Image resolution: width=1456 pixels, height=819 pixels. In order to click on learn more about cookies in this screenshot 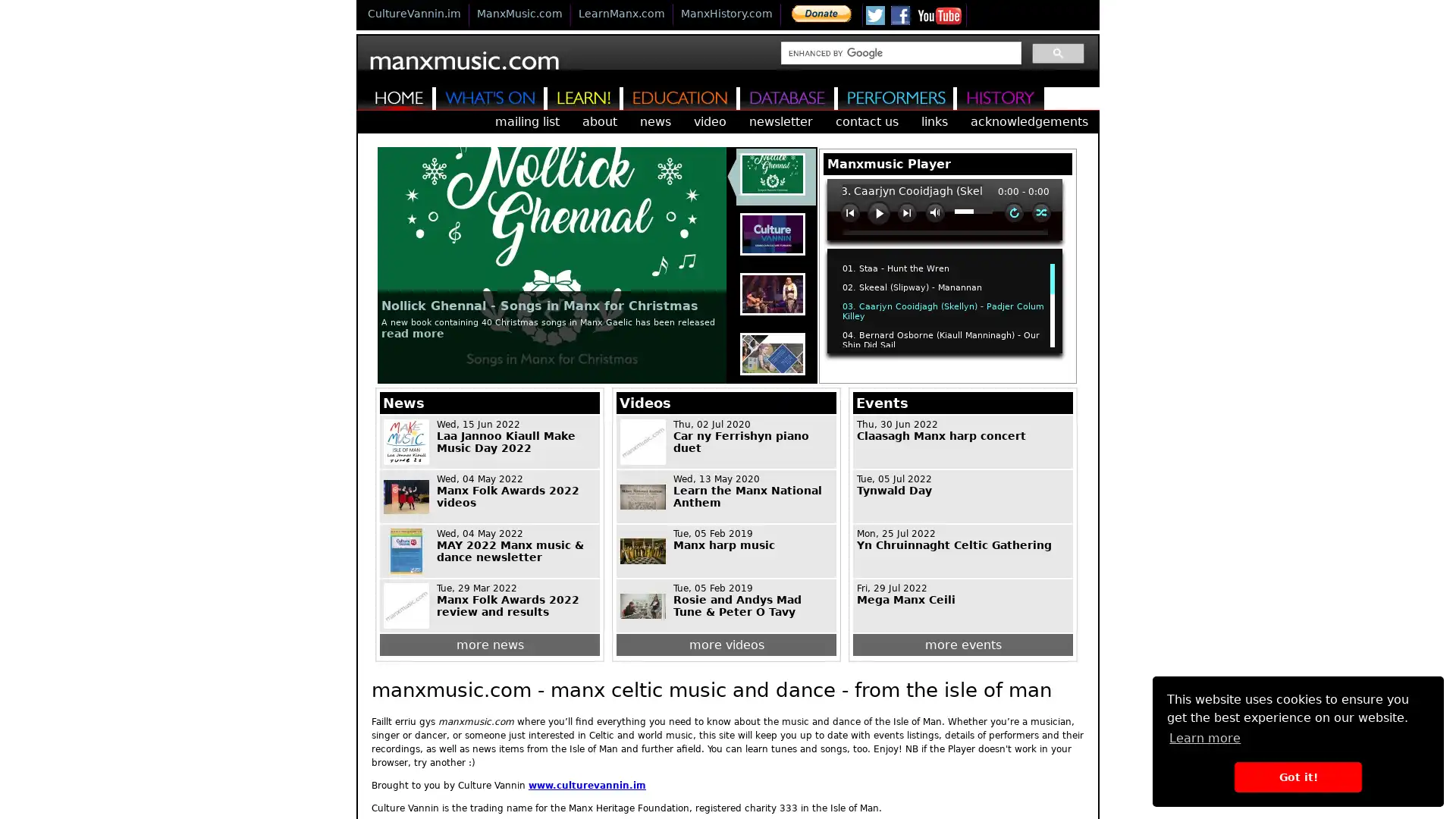, I will do `click(1203, 737)`.